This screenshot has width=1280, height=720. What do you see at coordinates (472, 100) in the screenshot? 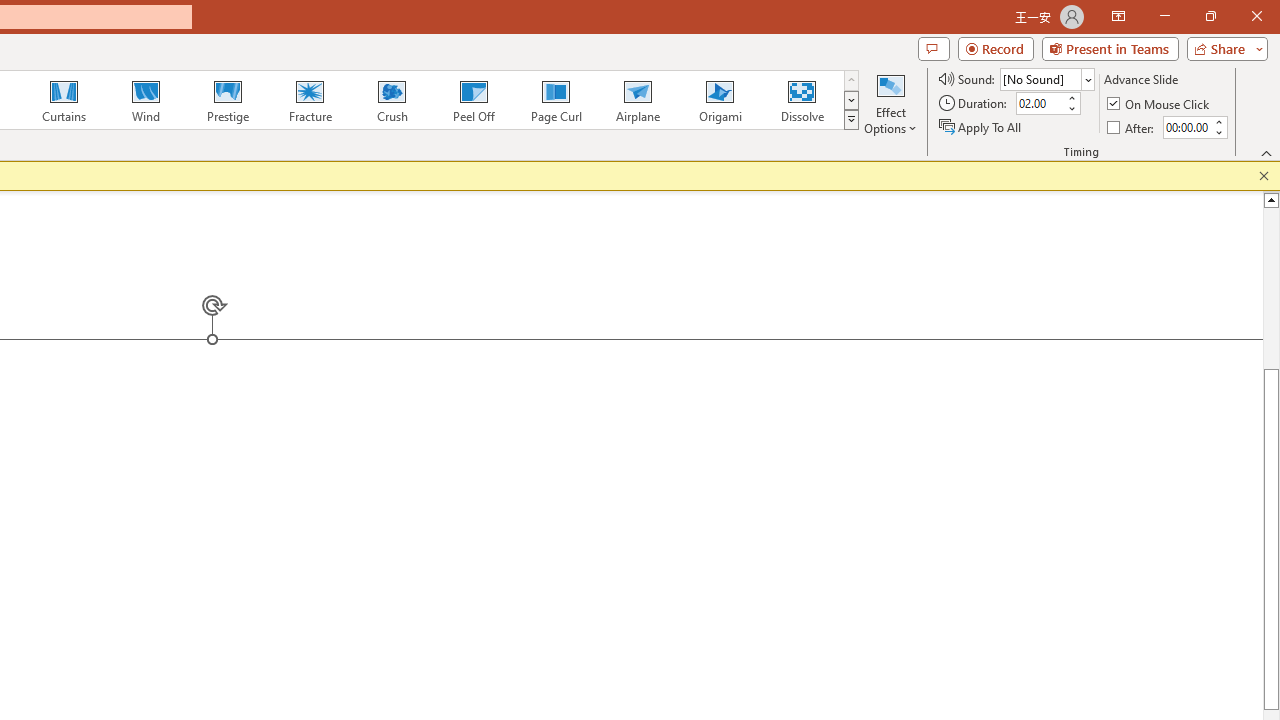
I see `'Peel Off'` at bounding box center [472, 100].